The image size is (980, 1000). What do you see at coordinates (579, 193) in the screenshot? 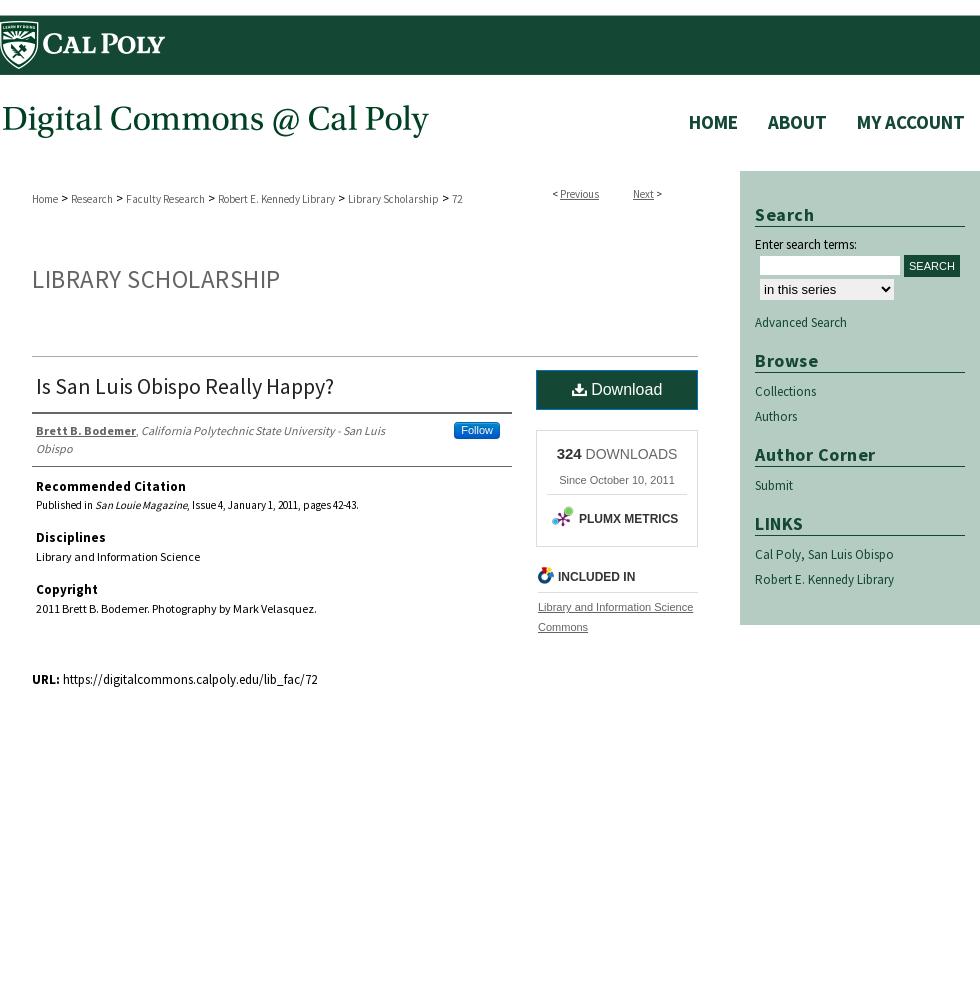
I see `'Previous'` at bounding box center [579, 193].